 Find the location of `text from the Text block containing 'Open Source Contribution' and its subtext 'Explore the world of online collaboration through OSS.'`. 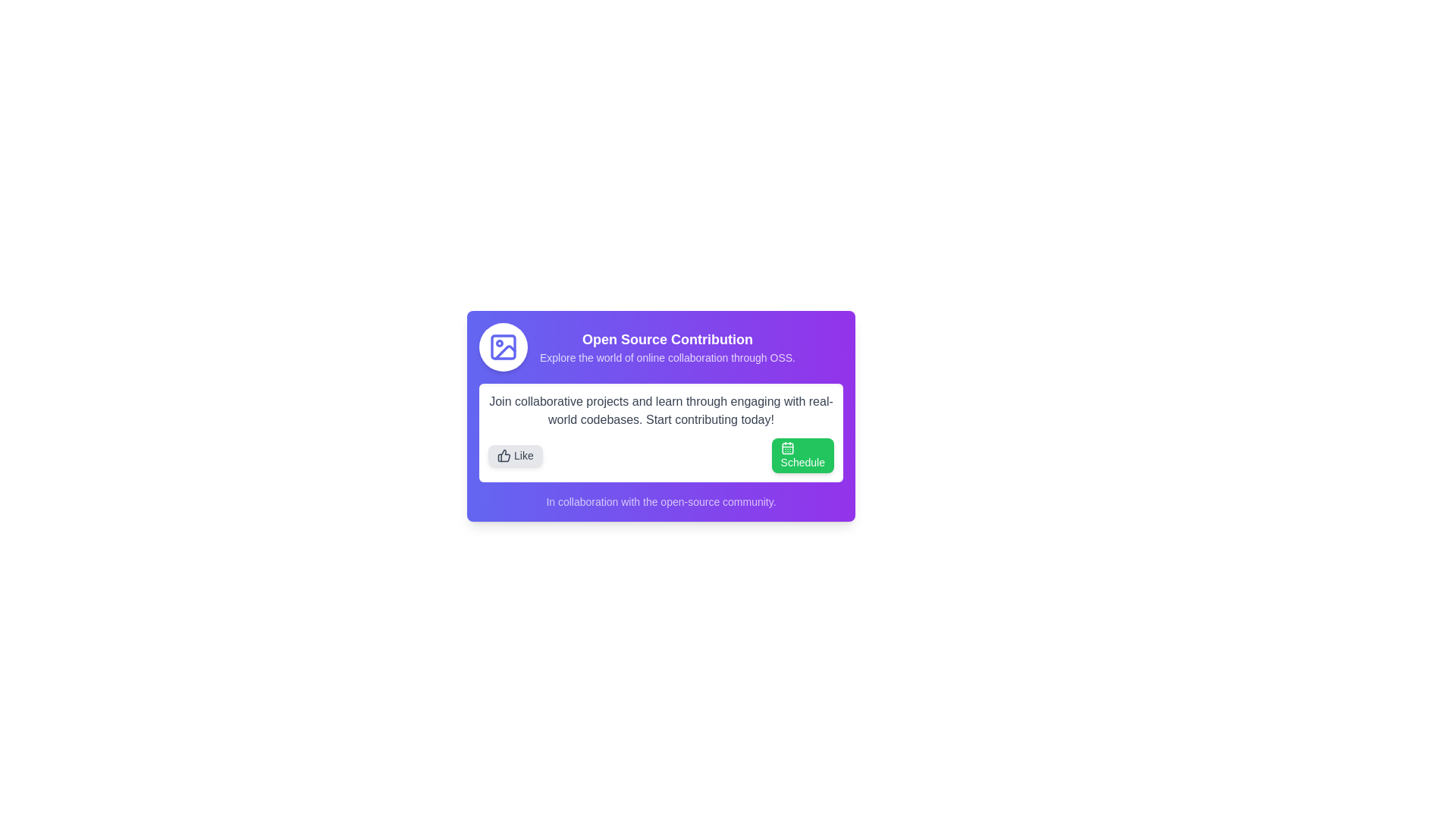

text from the Text block containing 'Open Source Contribution' and its subtext 'Explore the world of online collaboration through OSS.' is located at coordinates (661, 347).